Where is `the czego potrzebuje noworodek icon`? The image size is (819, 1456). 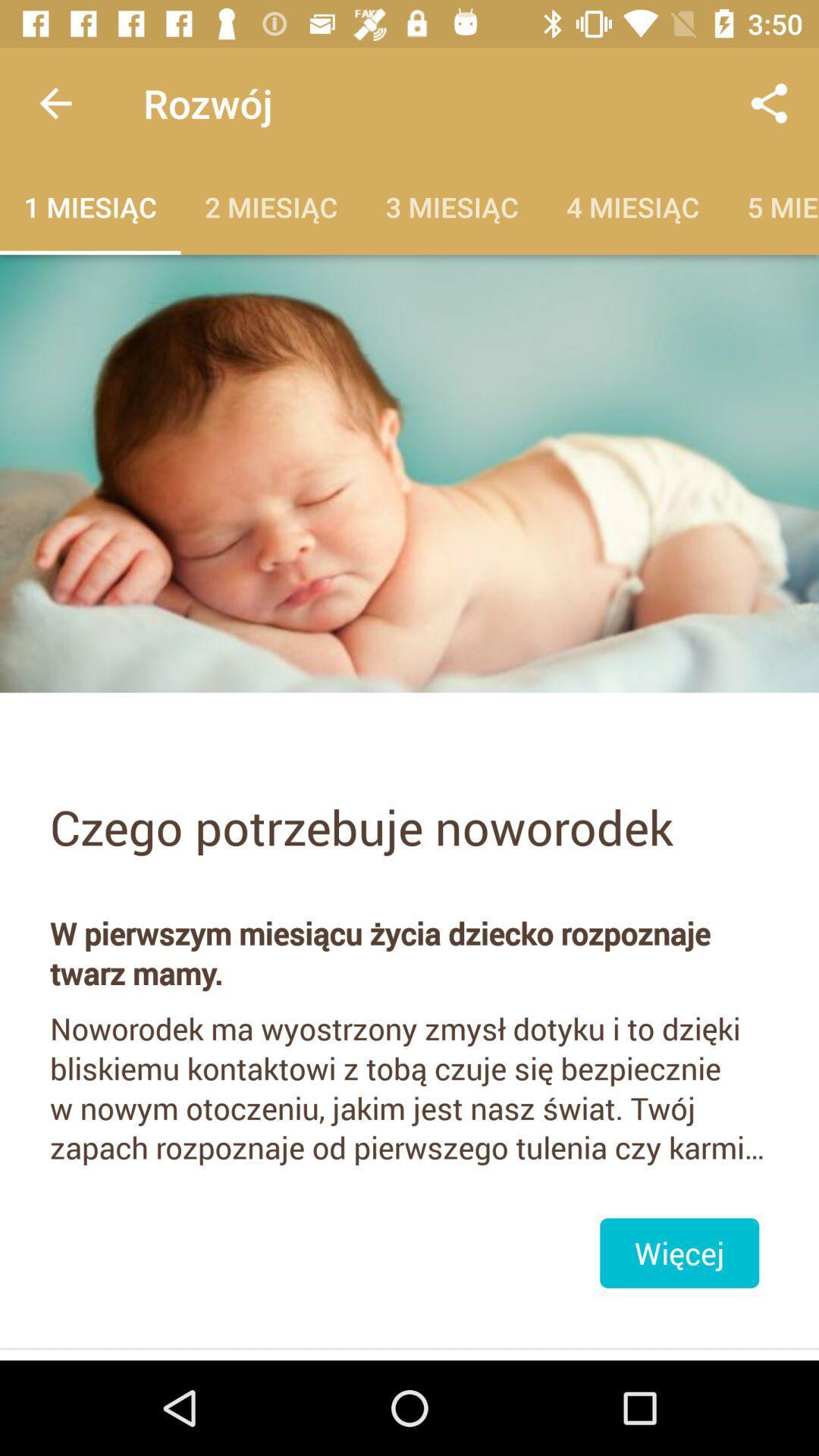 the czego potrzebuje noworodek icon is located at coordinates (409, 826).